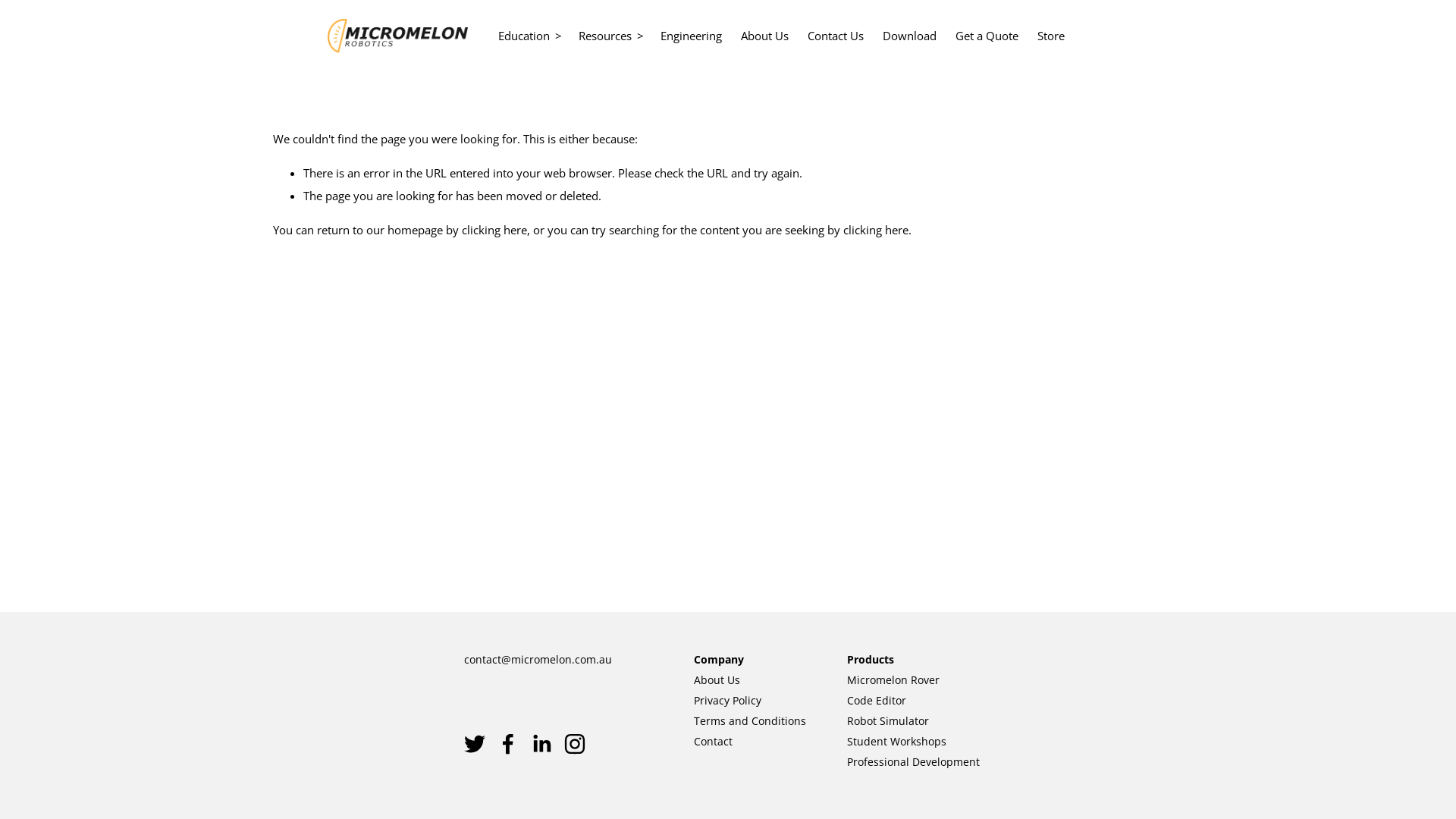  I want to click on 'Code Editor', so click(877, 701).